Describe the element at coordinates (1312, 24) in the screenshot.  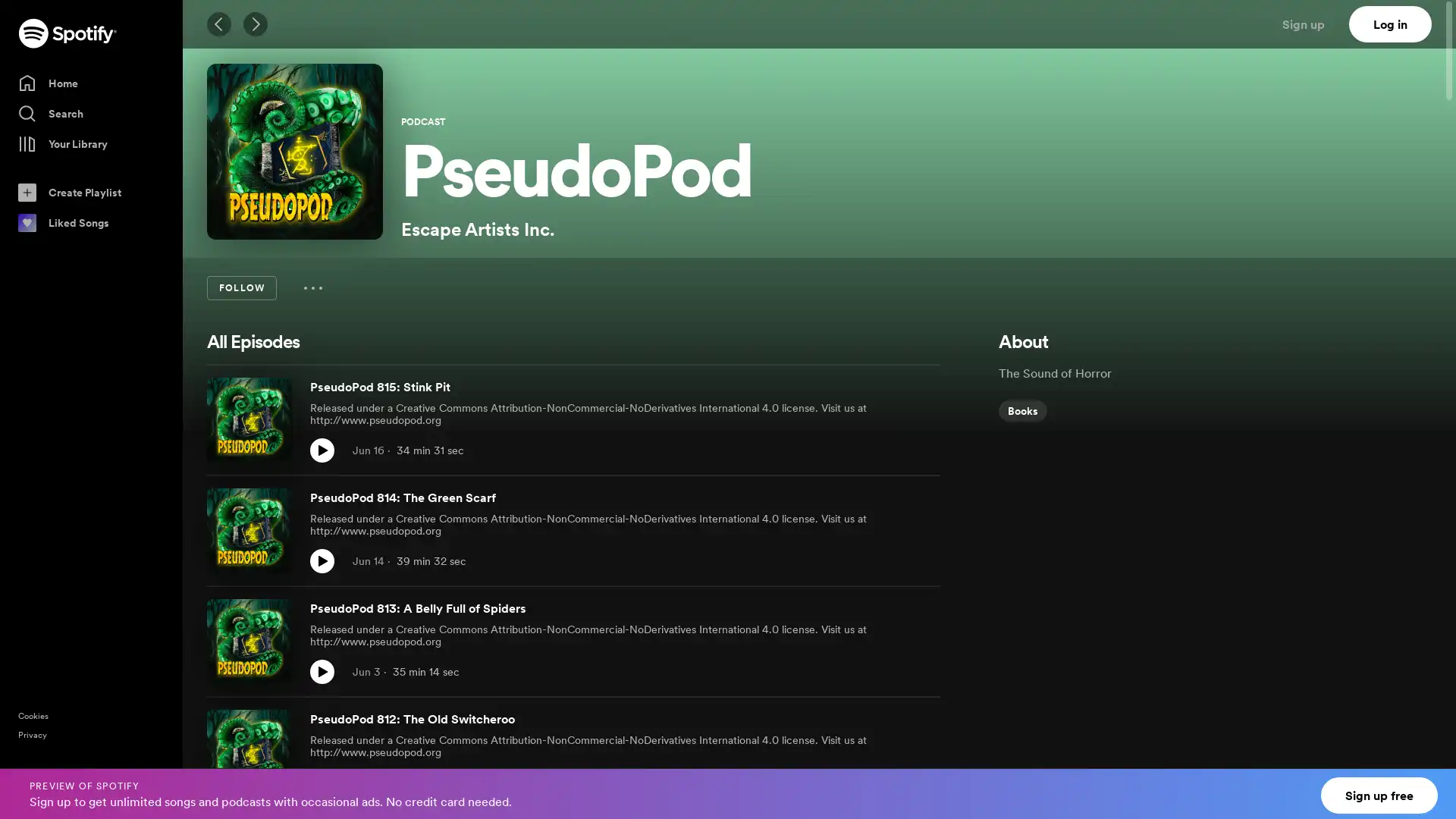
I see `Sign up` at that location.